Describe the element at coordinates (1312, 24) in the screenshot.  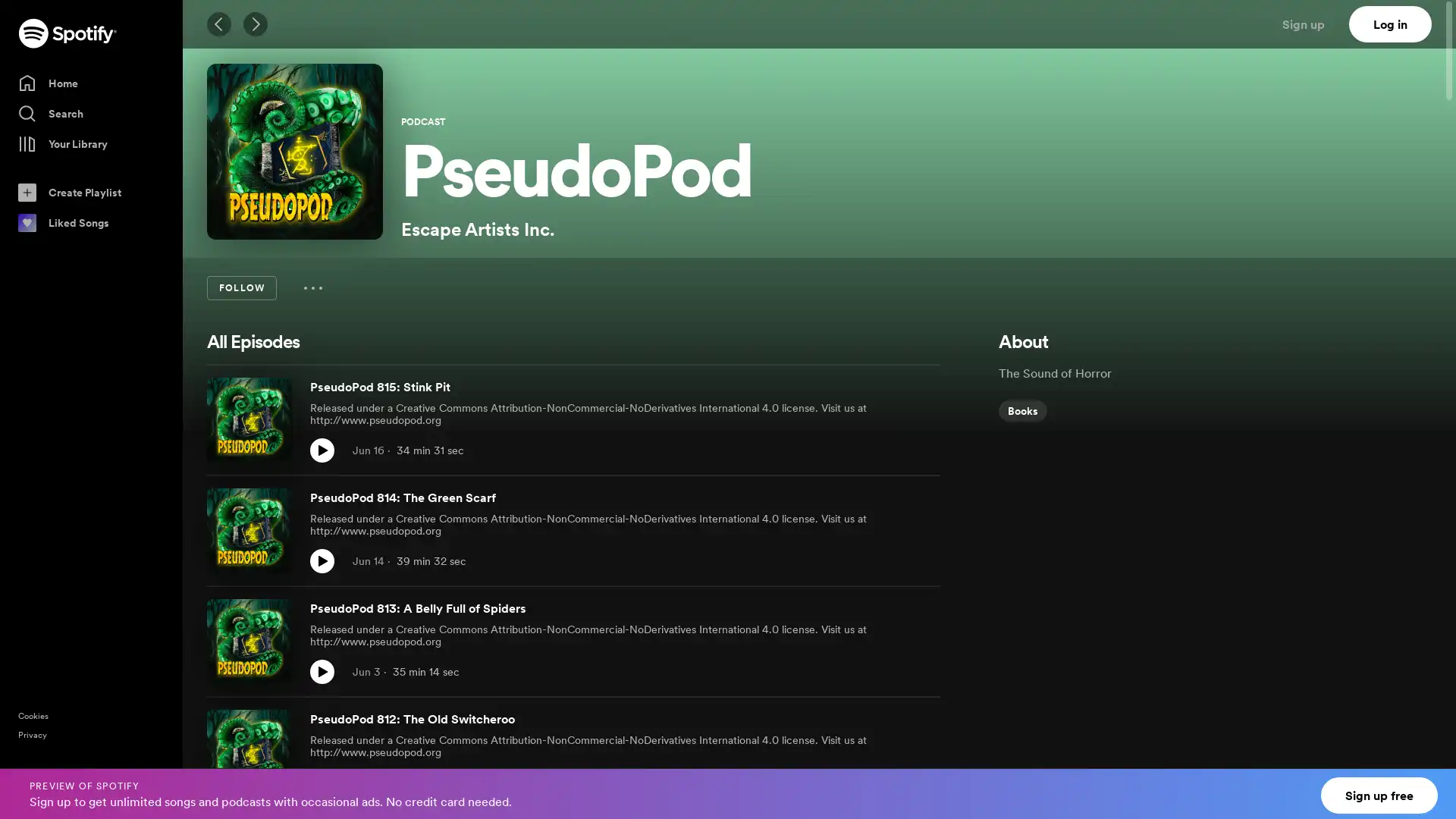
I see `Sign up` at that location.